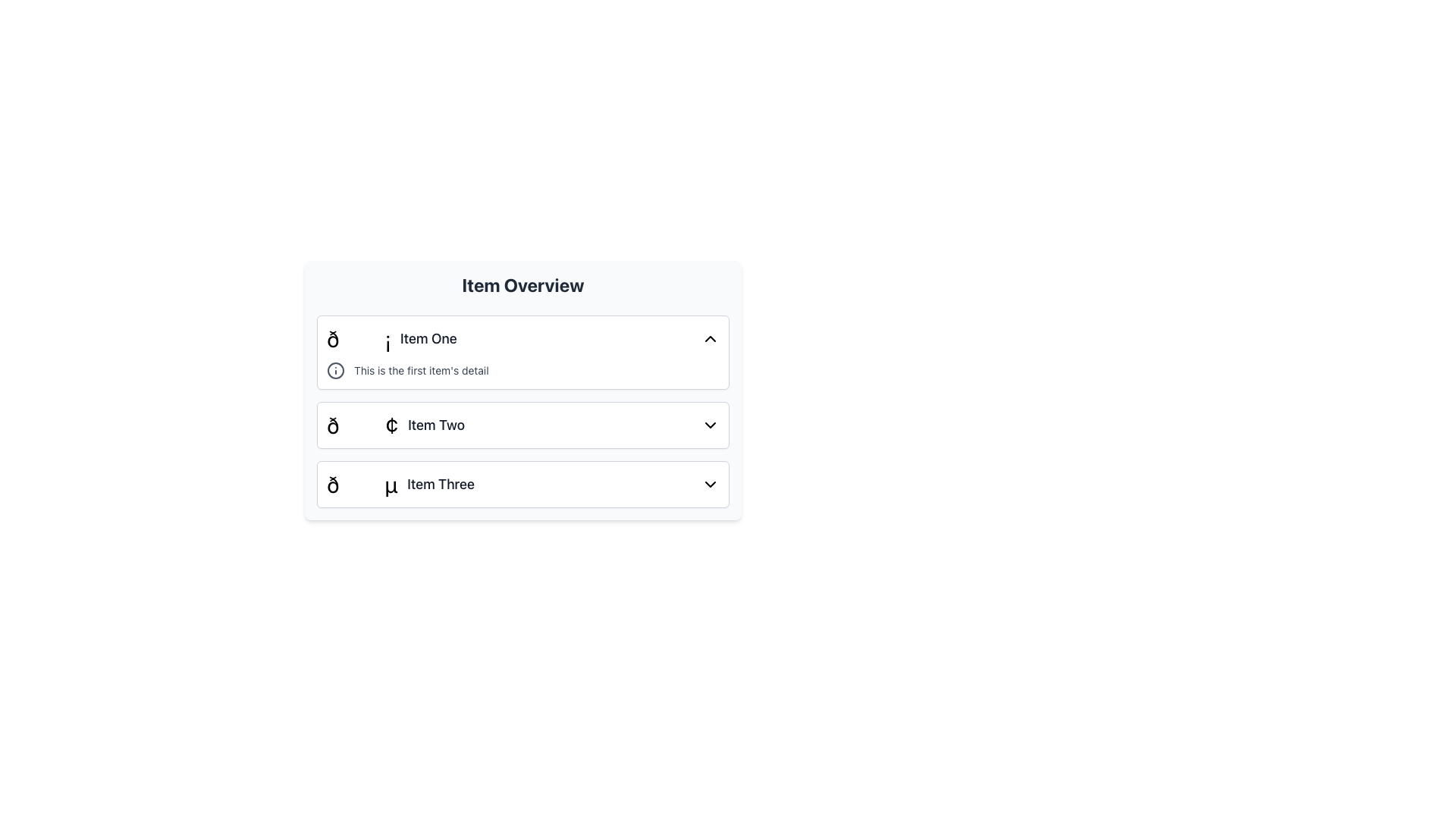 The height and width of the screenshot is (819, 1456). I want to click on the Text Label that reads 'This is the first item's detail', which is styled in smaller font size and light gray color, located next to the circular icon with the letter i, so click(421, 371).